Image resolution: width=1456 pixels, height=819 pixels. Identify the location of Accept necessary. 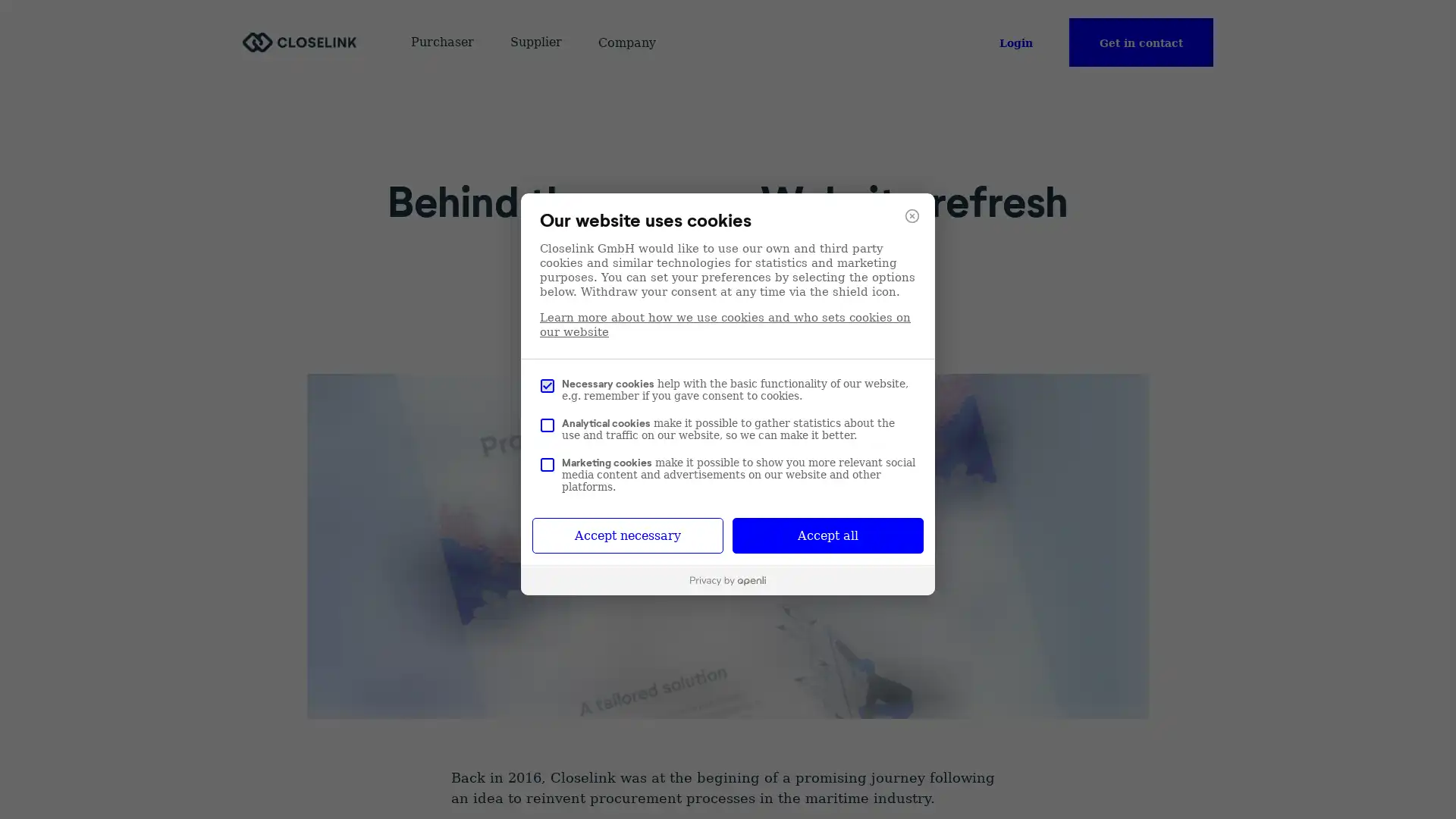
(628, 529).